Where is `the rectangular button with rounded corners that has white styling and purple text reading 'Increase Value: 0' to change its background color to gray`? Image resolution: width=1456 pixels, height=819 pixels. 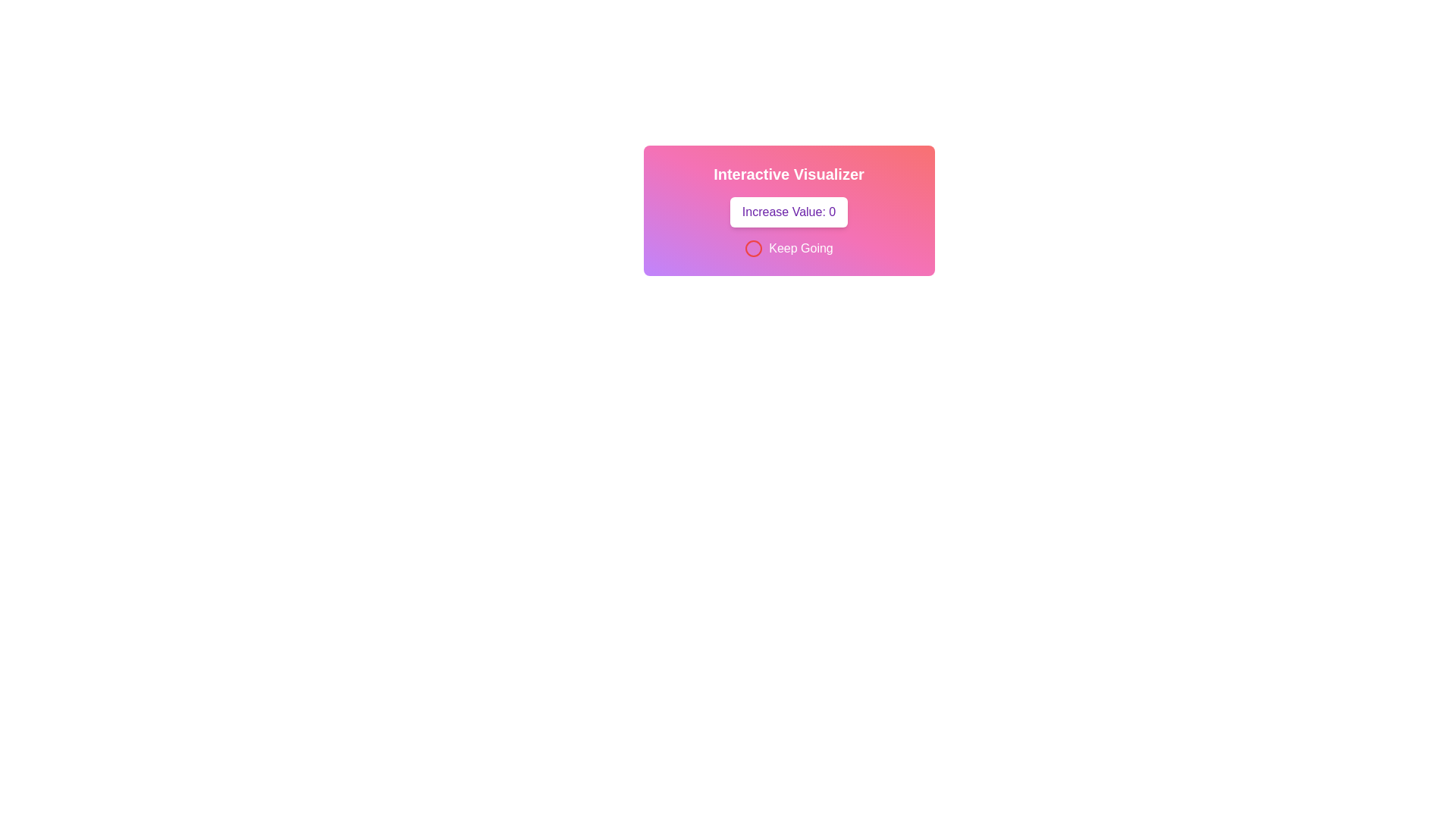 the rectangular button with rounded corners that has white styling and purple text reading 'Increase Value: 0' to change its background color to gray is located at coordinates (789, 212).